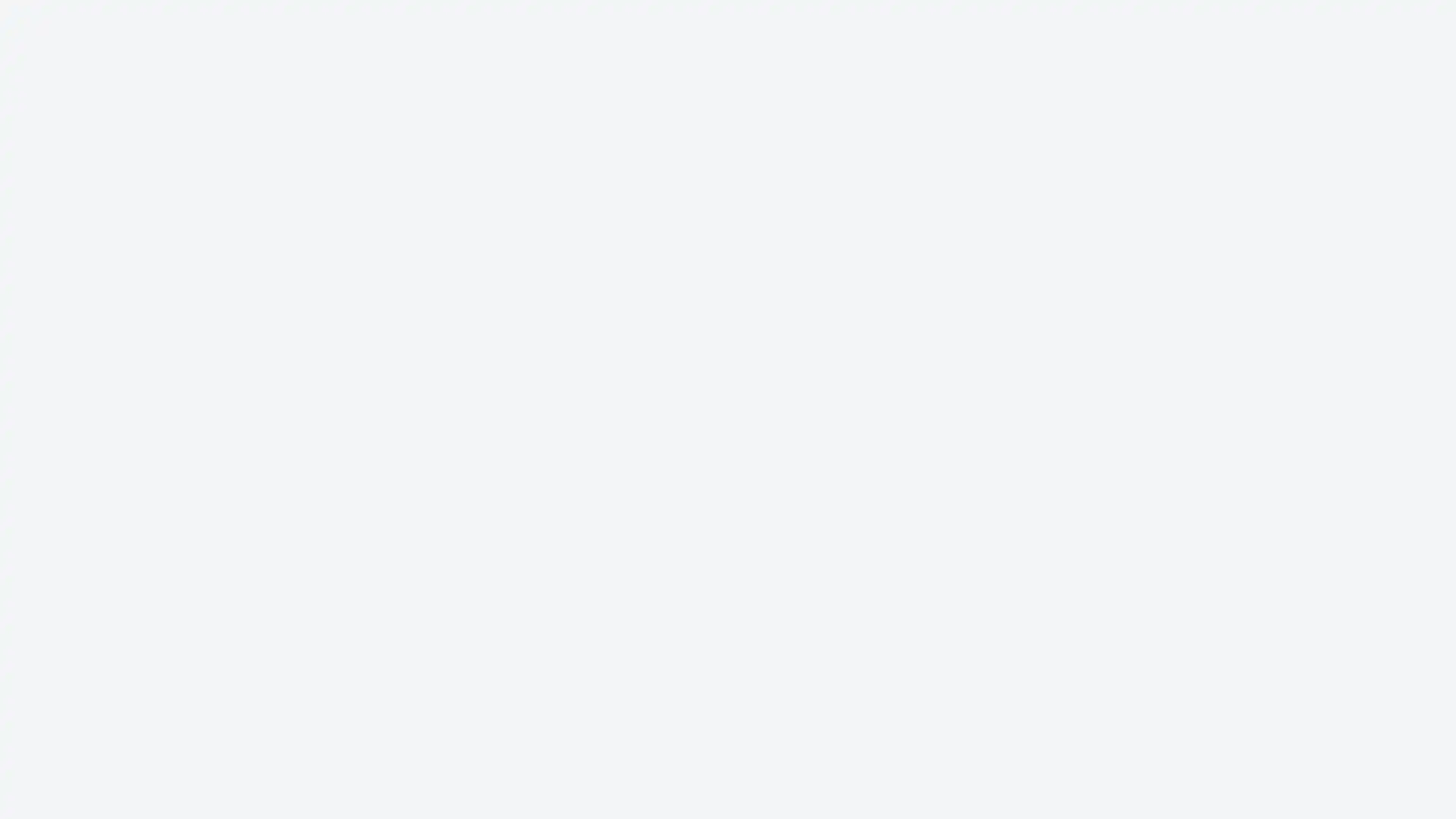 Image resolution: width=1456 pixels, height=819 pixels. What do you see at coordinates (1219, 780) in the screenshot?
I see `Reject` at bounding box center [1219, 780].